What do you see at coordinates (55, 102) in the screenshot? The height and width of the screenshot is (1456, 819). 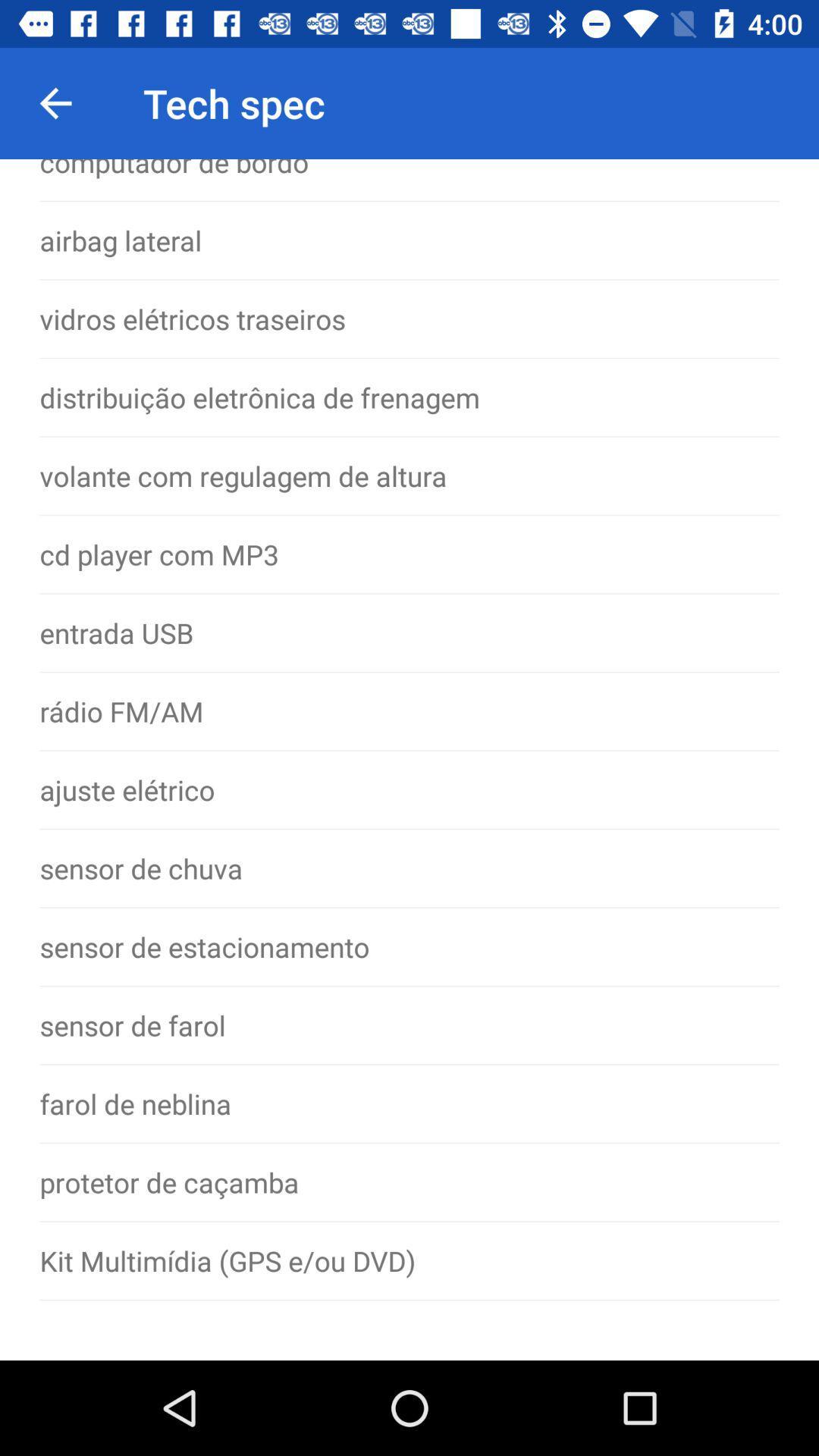 I see `item to the left of tech spec icon` at bounding box center [55, 102].